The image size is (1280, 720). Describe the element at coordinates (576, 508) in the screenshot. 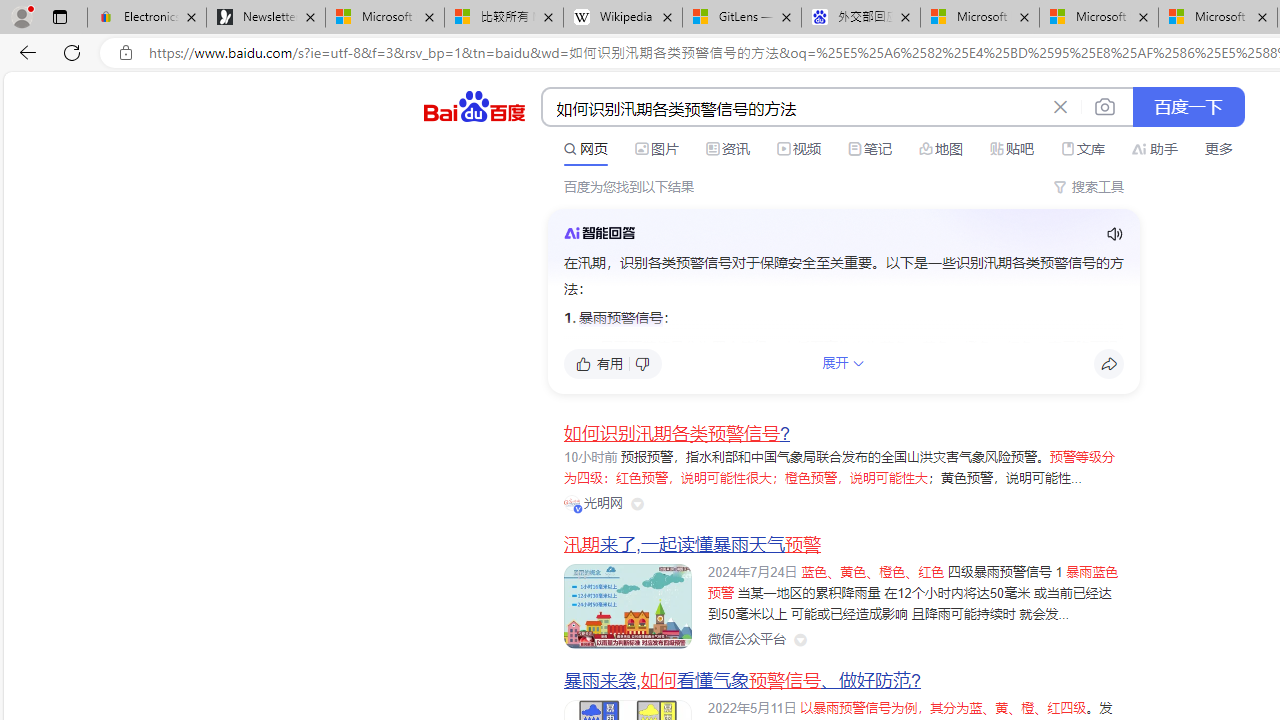

I see `'Class: vip-icon_kNmNt'` at that location.